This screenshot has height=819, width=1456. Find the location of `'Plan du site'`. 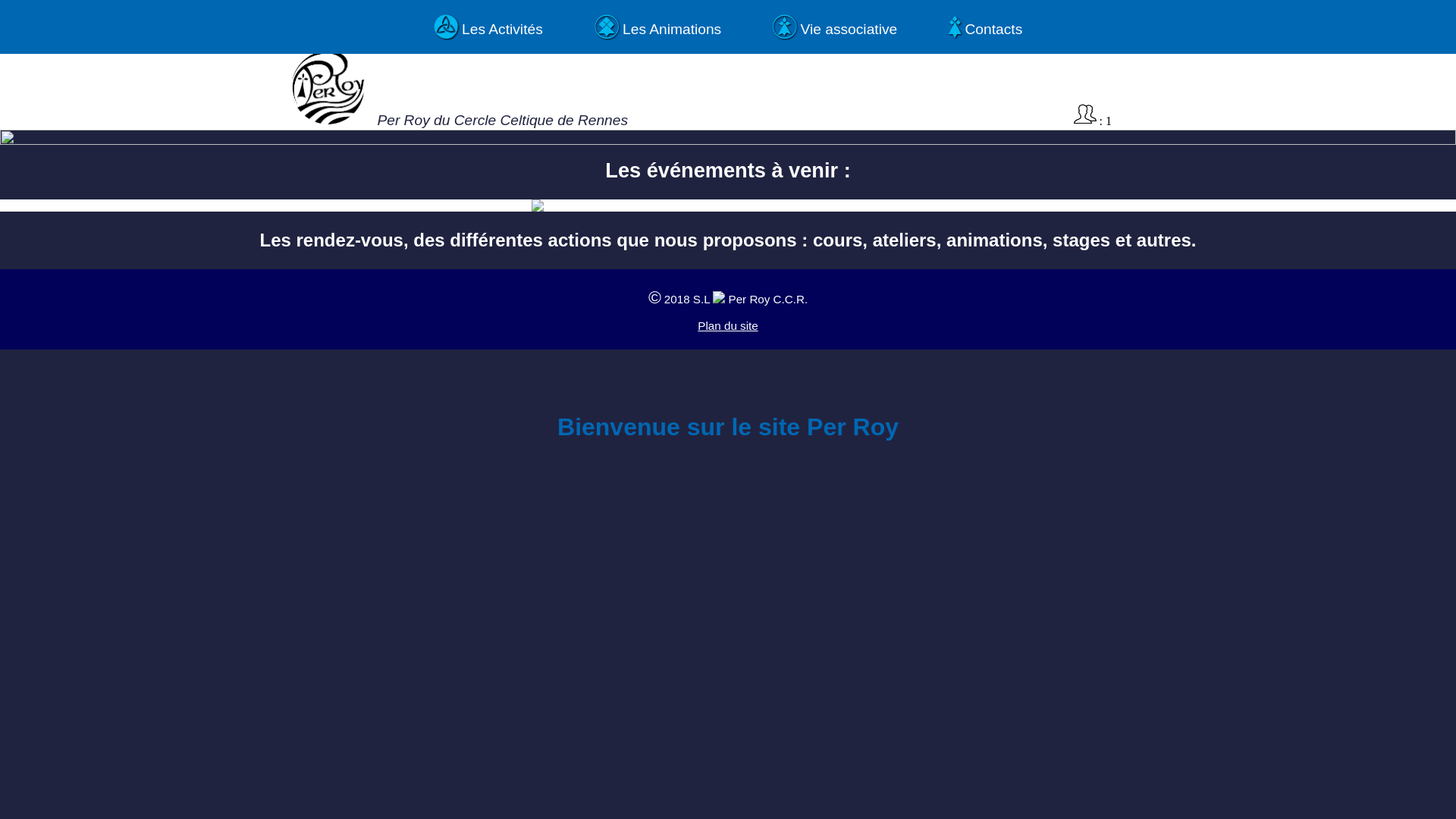

'Plan du site' is located at coordinates (697, 325).